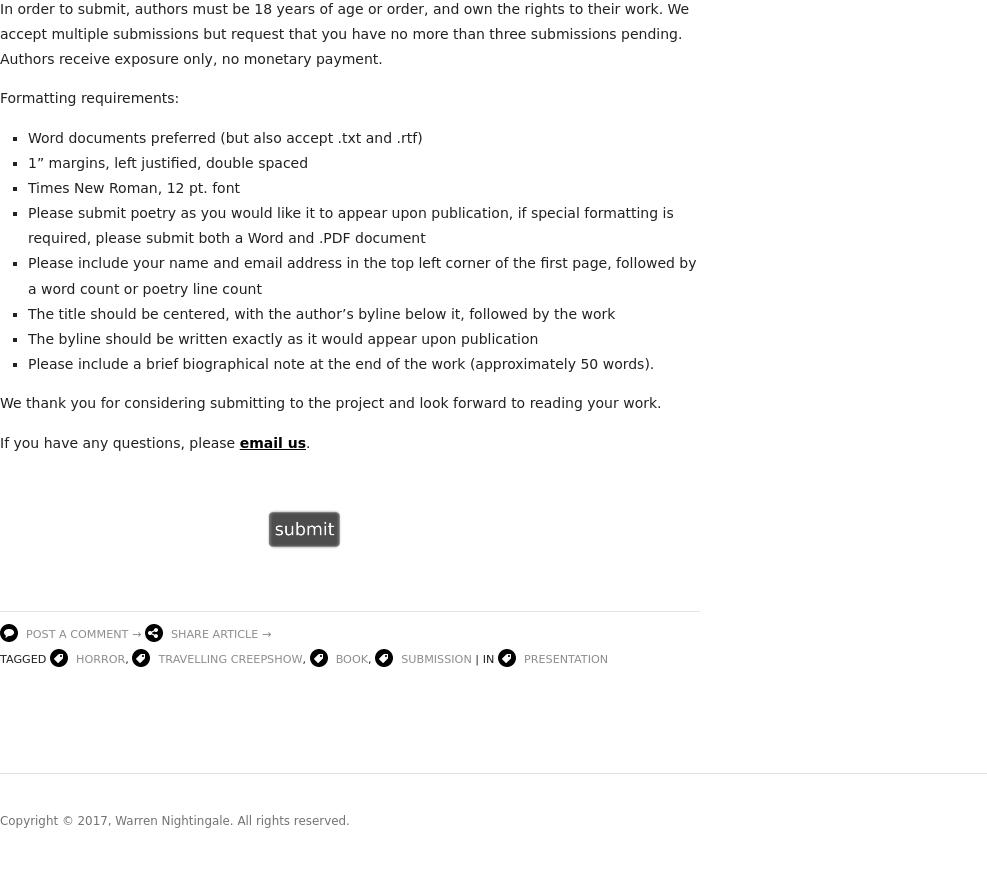 The height and width of the screenshot is (873, 987). What do you see at coordinates (83, 634) in the screenshot?
I see `'Post a Comment →'` at bounding box center [83, 634].